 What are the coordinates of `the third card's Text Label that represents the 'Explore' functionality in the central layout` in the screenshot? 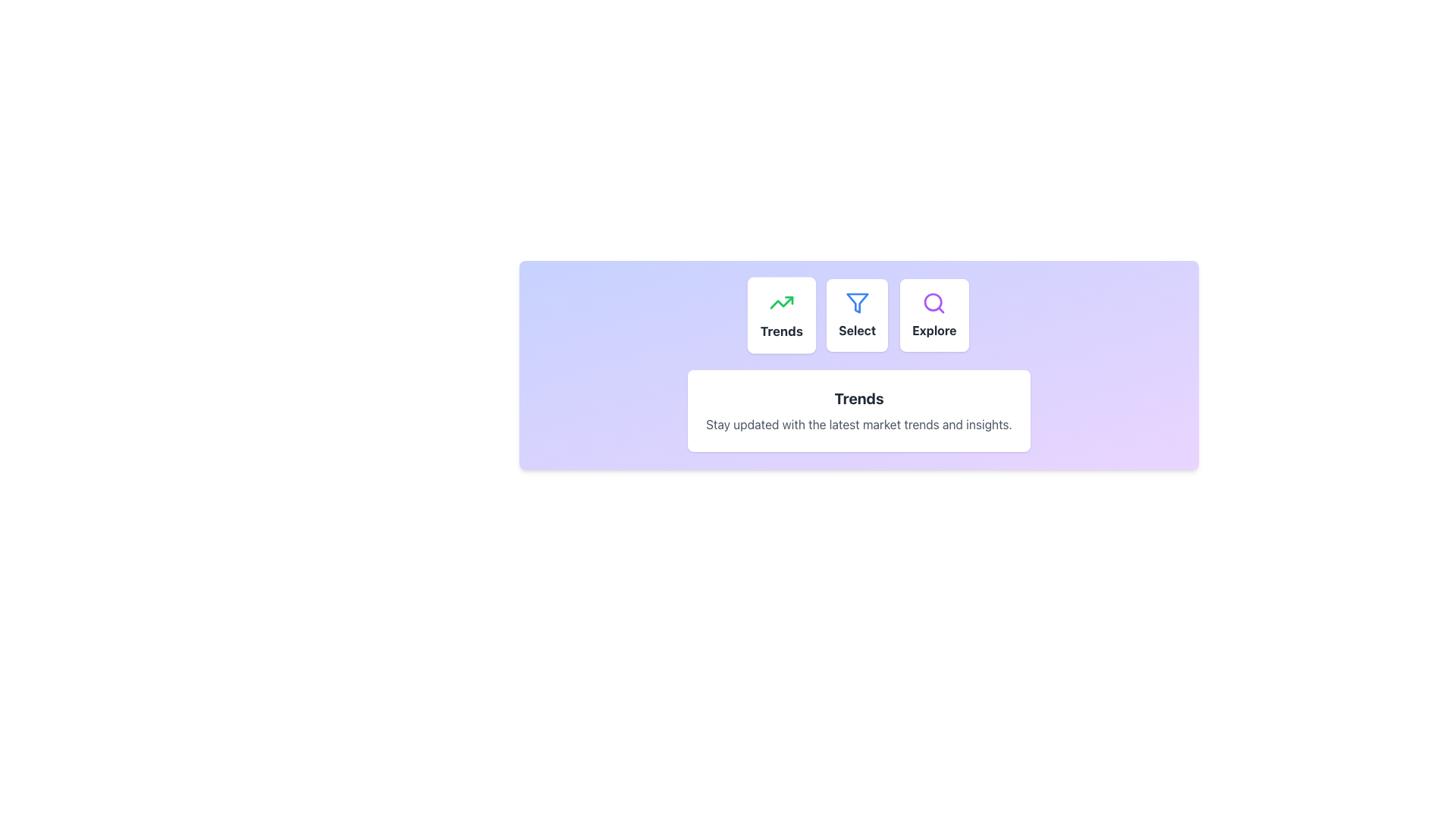 It's located at (934, 329).